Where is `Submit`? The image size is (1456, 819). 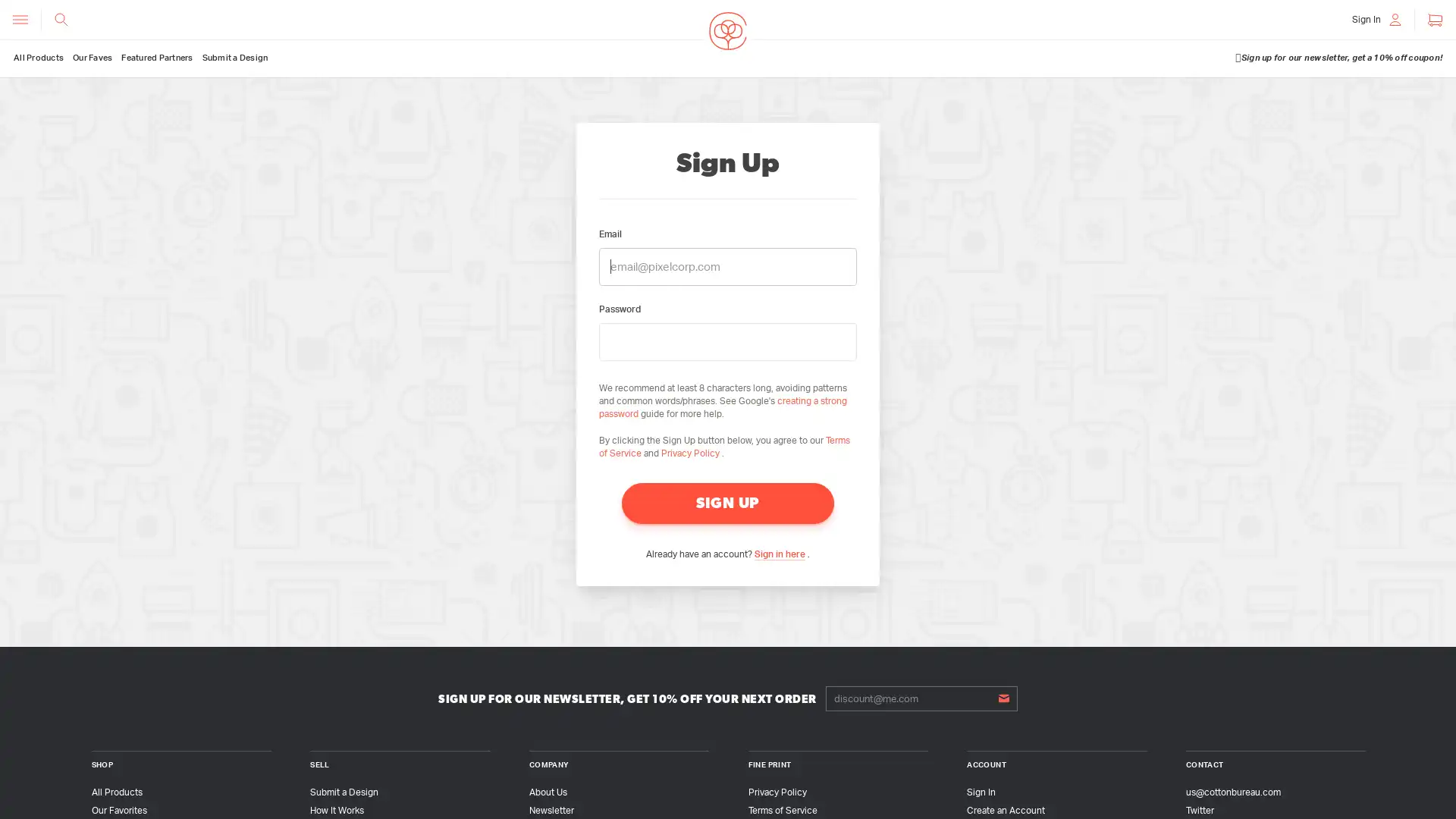
Submit is located at coordinates (1003, 698).